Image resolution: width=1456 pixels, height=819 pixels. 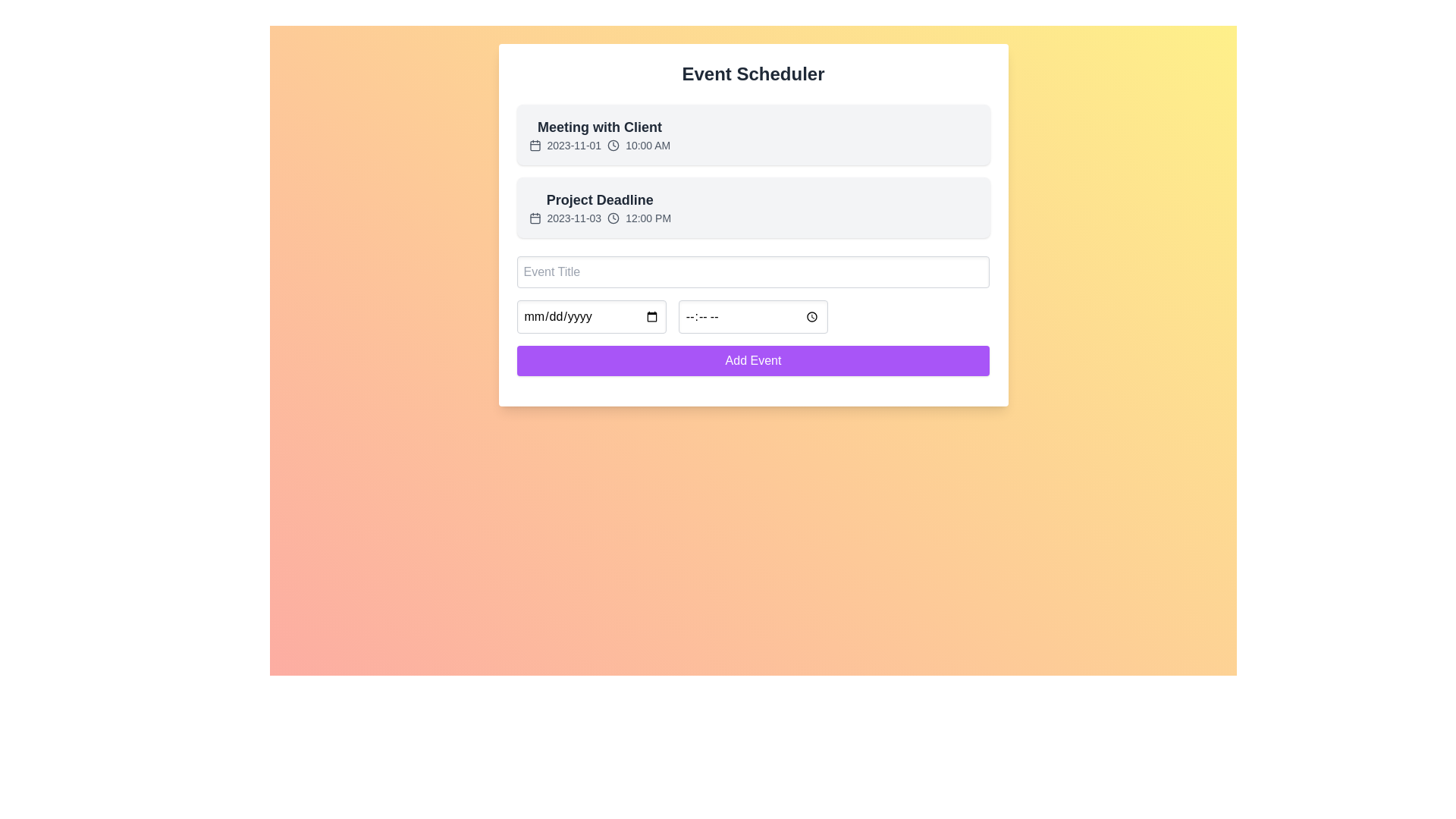 What do you see at coordinates (599, 207) in the screenshot?
I see `information displayed on the Text Label with Icons that shows the deadline for a project, which includes a bold title and descriptive date/time text with relevant icons` at bounding box center [599, 207].